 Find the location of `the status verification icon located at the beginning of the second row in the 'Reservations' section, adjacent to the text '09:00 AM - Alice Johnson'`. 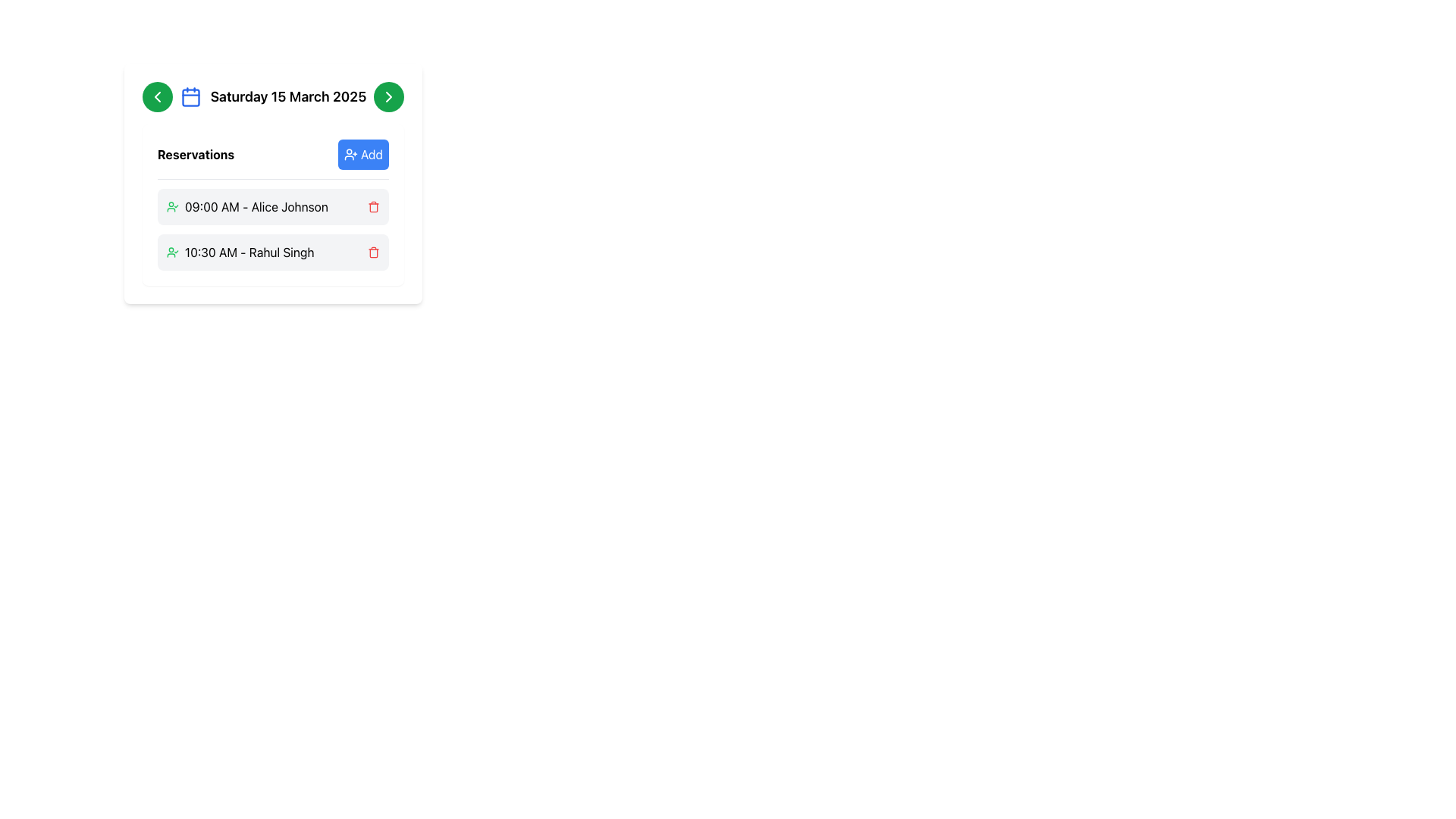

the status verification icon located at the beginning of the second row in the 'Reservations' section, adjacent to the text '09:00 AM - Alice Johnson' is located at coordinates (172, 207).